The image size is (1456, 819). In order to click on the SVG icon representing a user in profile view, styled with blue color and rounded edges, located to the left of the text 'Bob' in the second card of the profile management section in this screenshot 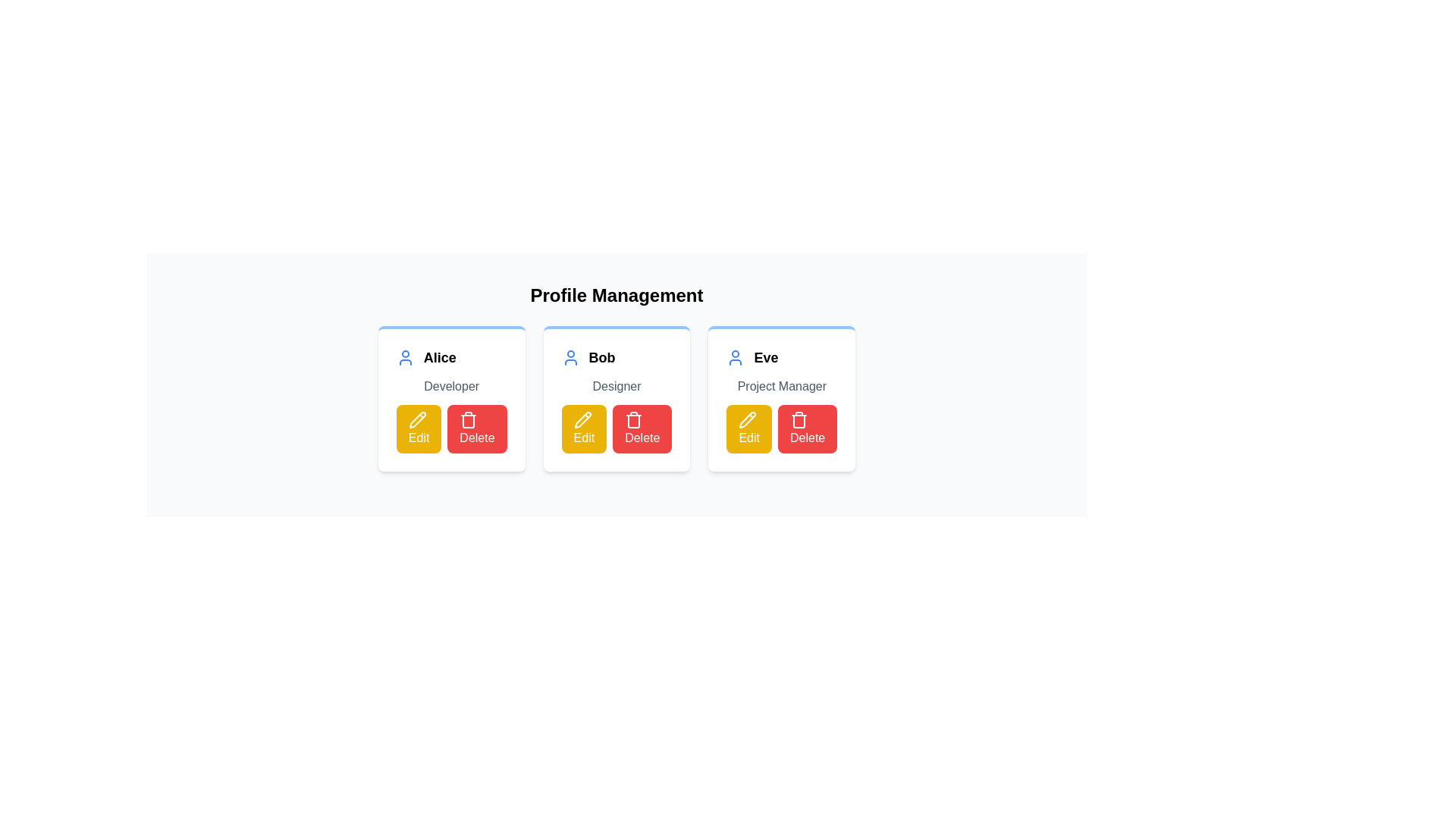, I will do `click(570, 357)`.